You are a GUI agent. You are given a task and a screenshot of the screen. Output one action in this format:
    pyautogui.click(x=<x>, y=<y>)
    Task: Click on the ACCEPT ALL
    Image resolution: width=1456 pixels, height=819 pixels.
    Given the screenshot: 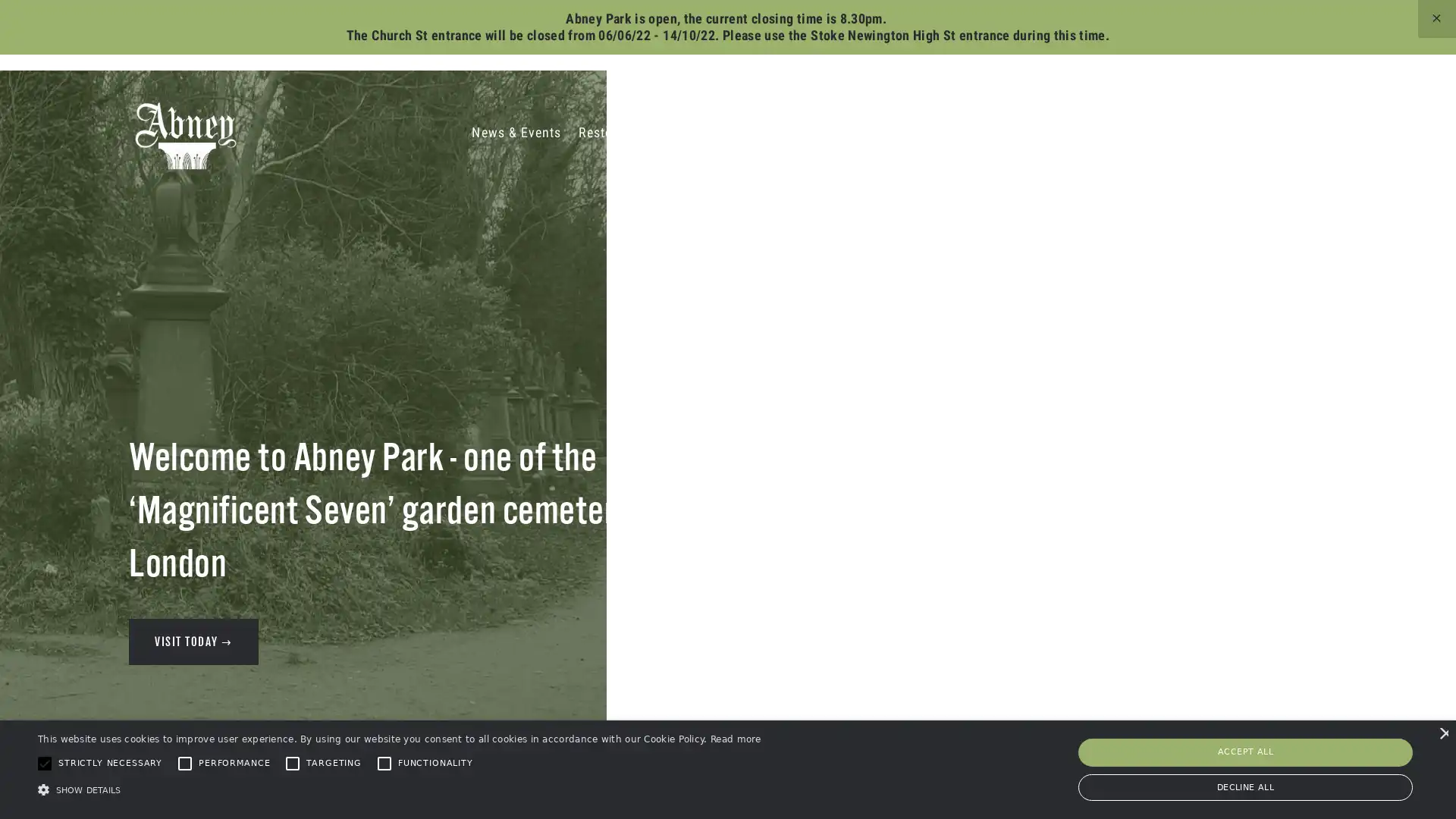 What is the action you would take?
    pyautogui.click(x=1245, y=752)
    